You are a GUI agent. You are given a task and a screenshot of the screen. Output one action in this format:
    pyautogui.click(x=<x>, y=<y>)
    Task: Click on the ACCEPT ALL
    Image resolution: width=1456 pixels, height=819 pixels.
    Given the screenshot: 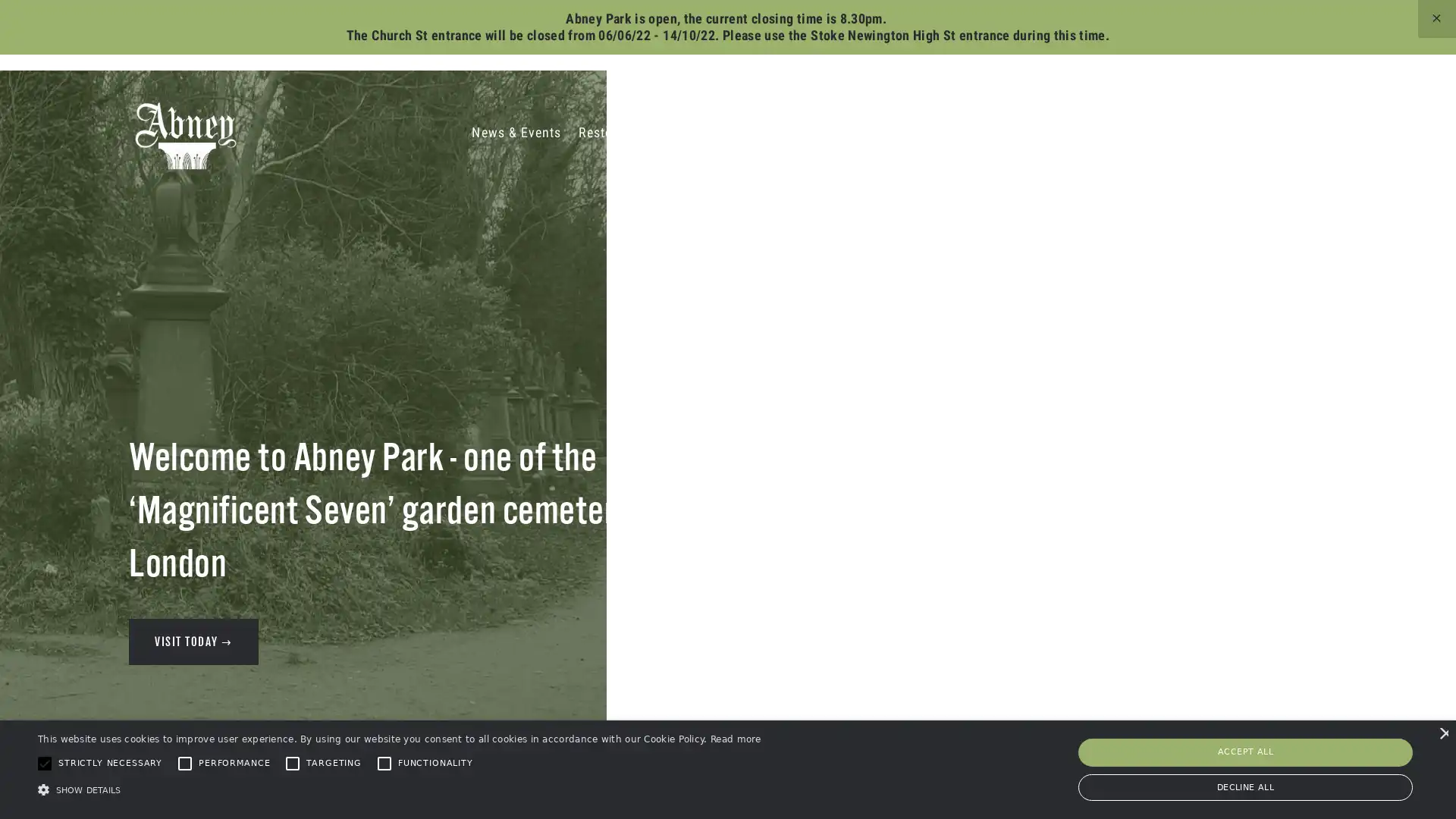 What is the action you would take?
    pyautogui.click(x=1245, y=752)
    